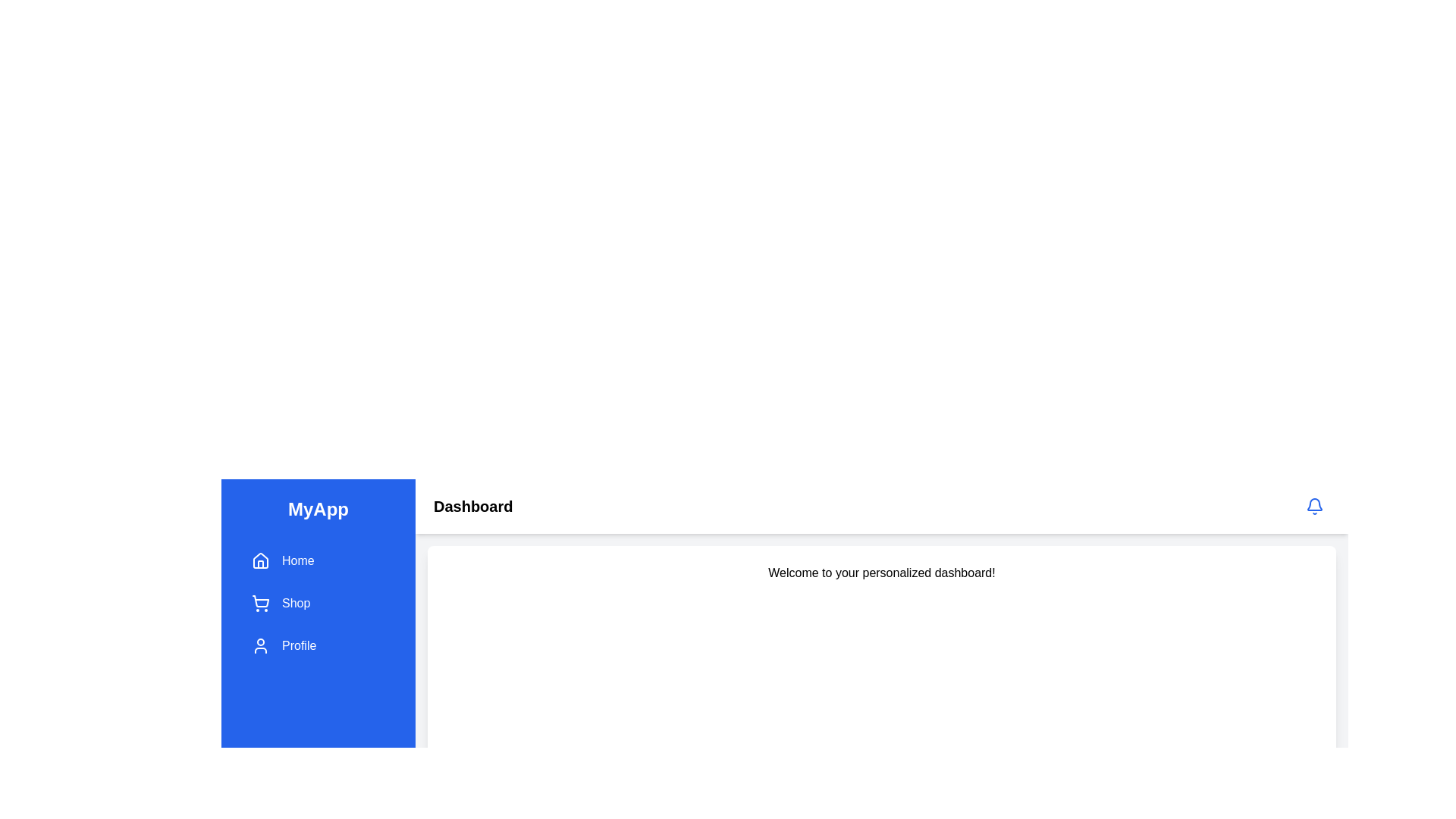 The width and height of the screenshot is (1456, 819). What do you see at coordinates (318, 509) in the screenshot?
I see `the branding text label at the top of the navigation panel, if it is interactive` at bounding box center [318, 509].